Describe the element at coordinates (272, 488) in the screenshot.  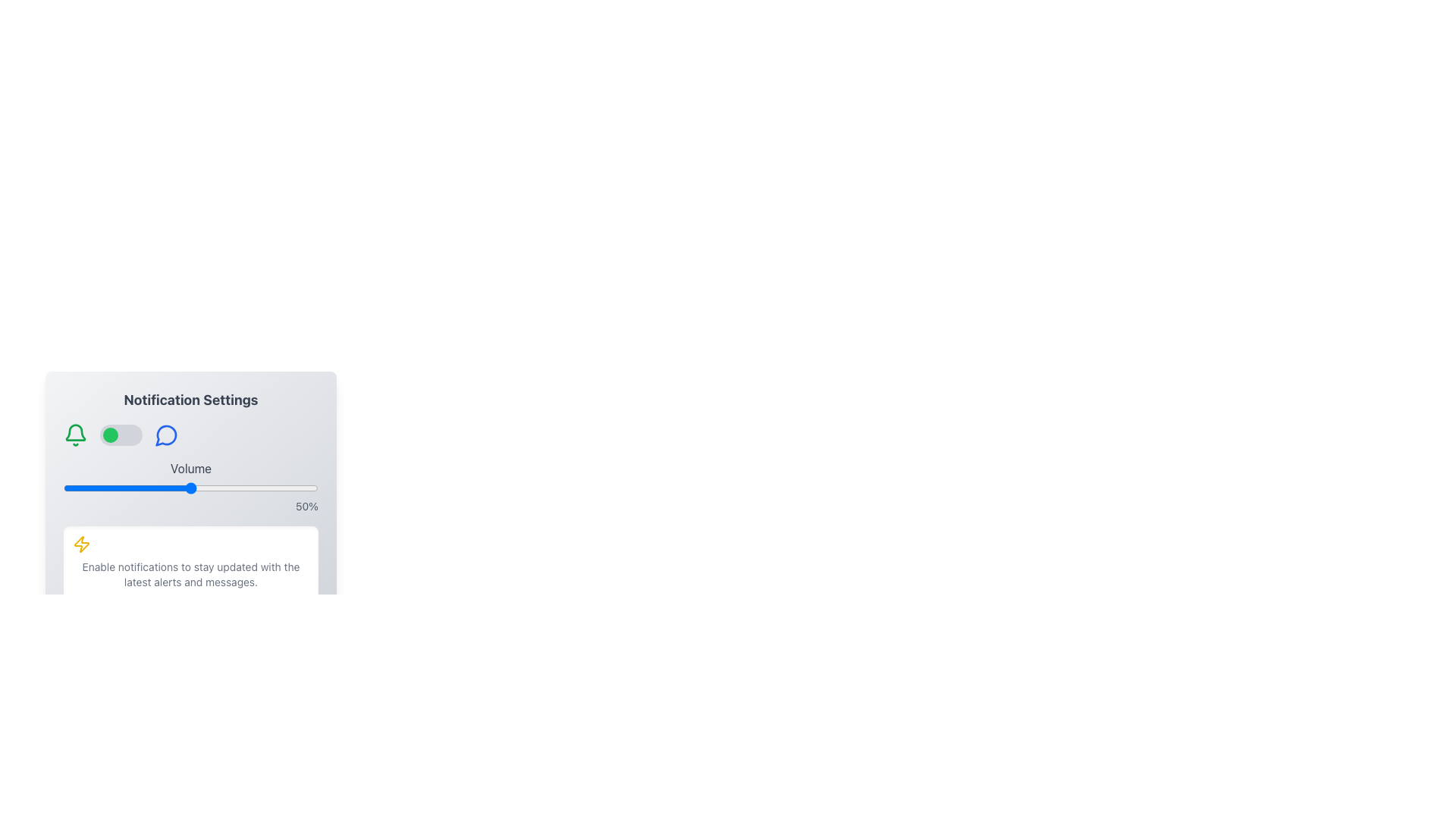
I see `the volume` at that location.